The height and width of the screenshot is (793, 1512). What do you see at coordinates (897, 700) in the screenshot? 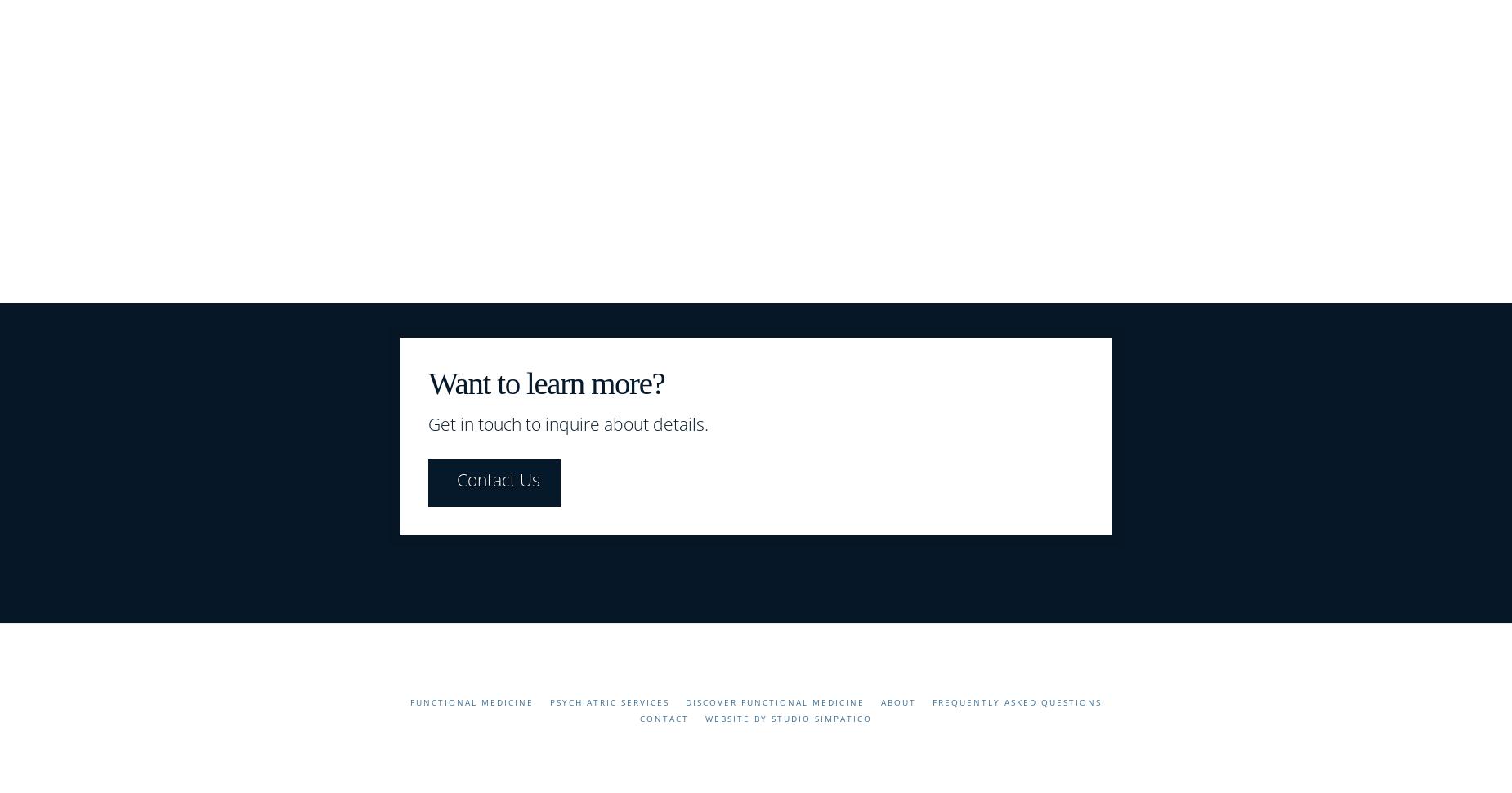
I see `'About'` at bounding box center [897, 700].